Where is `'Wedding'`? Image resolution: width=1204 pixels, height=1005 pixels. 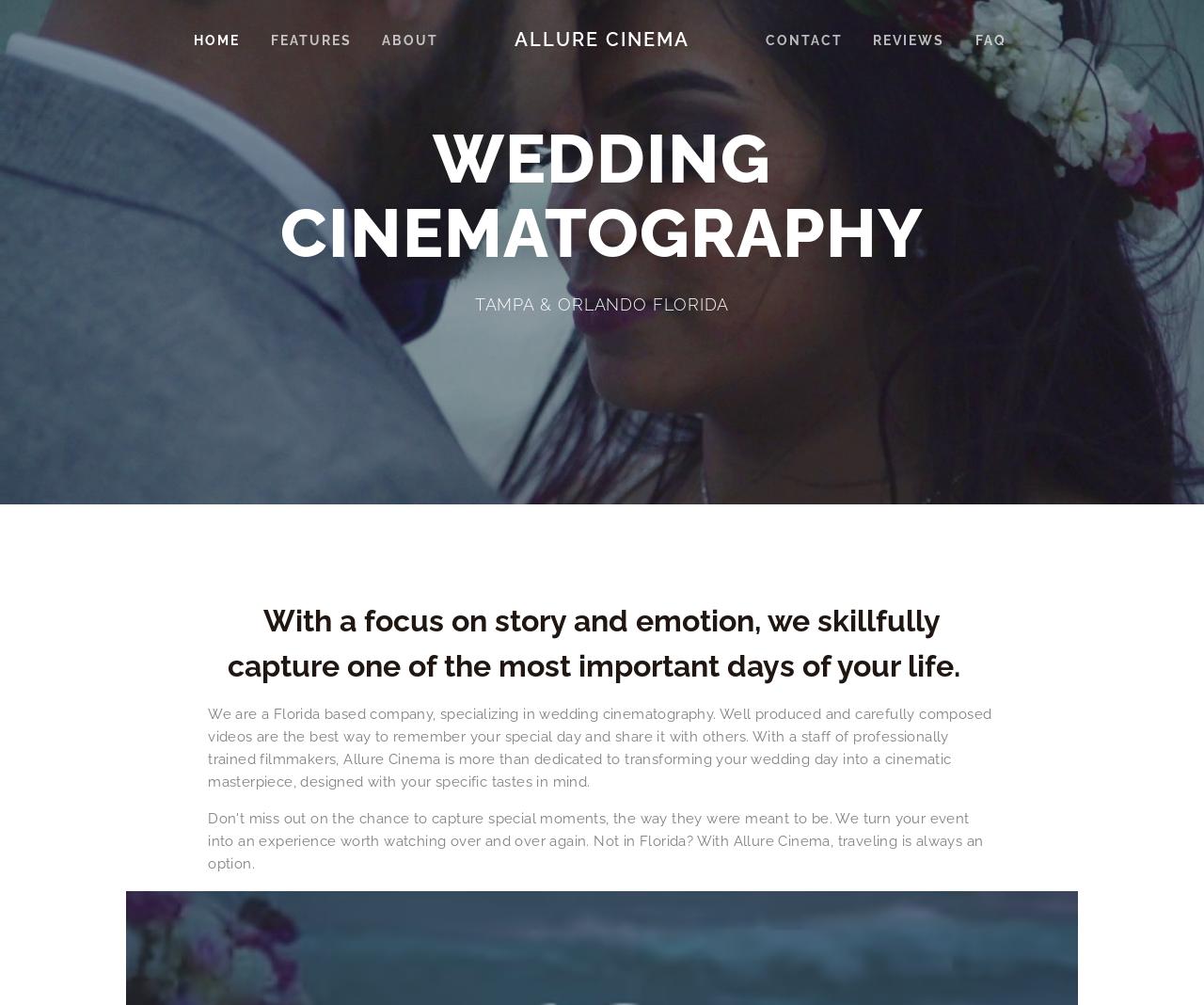 'Wedding' is located at coordinates (432, 158).